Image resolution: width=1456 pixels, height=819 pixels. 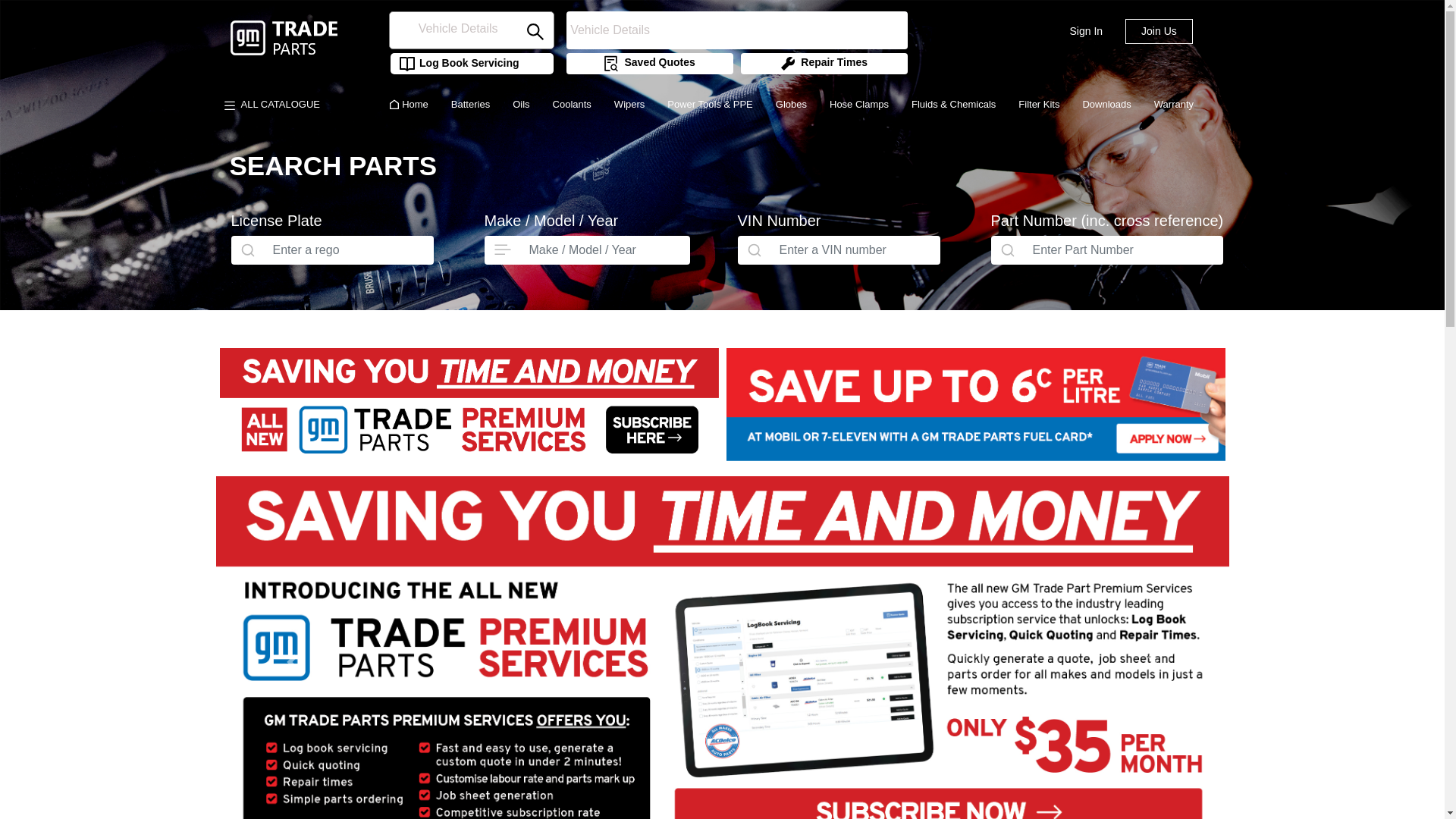 I want to click on 'Filter Kits', so click(x=1037, y=104).